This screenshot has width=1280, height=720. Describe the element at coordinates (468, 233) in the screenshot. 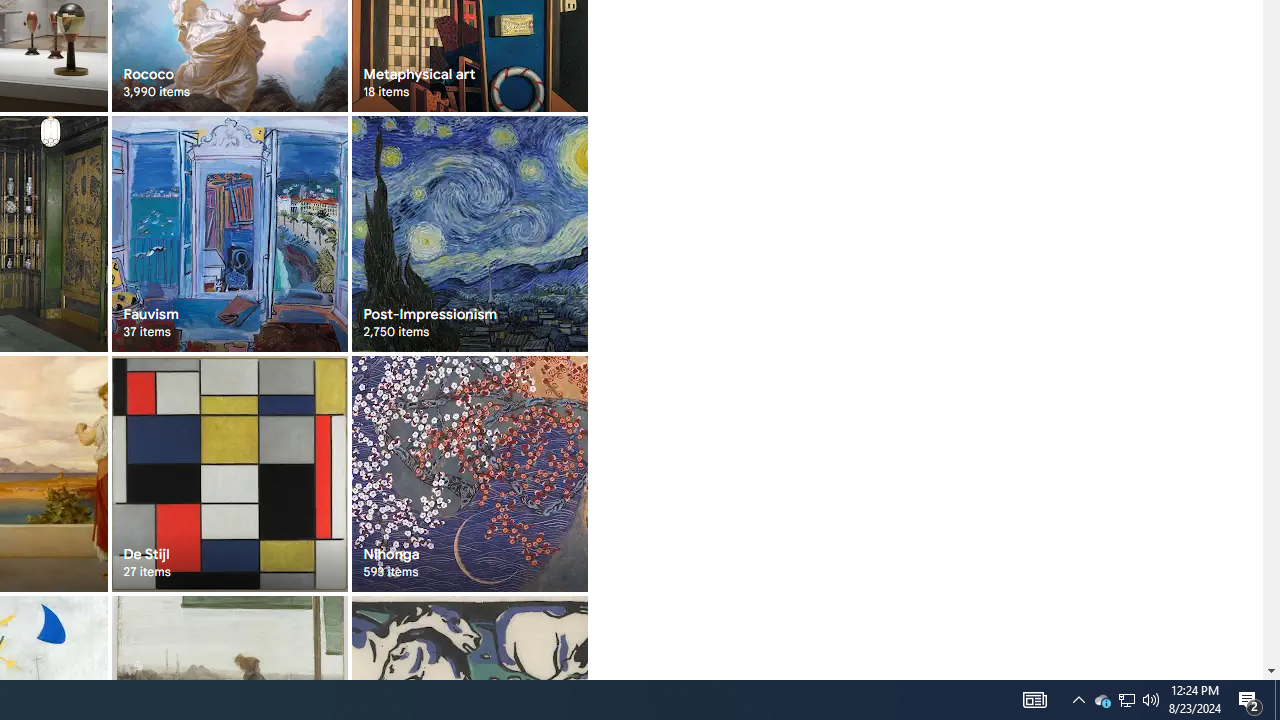

I see `'Post-Impressionism 2,750 items'` at that location.